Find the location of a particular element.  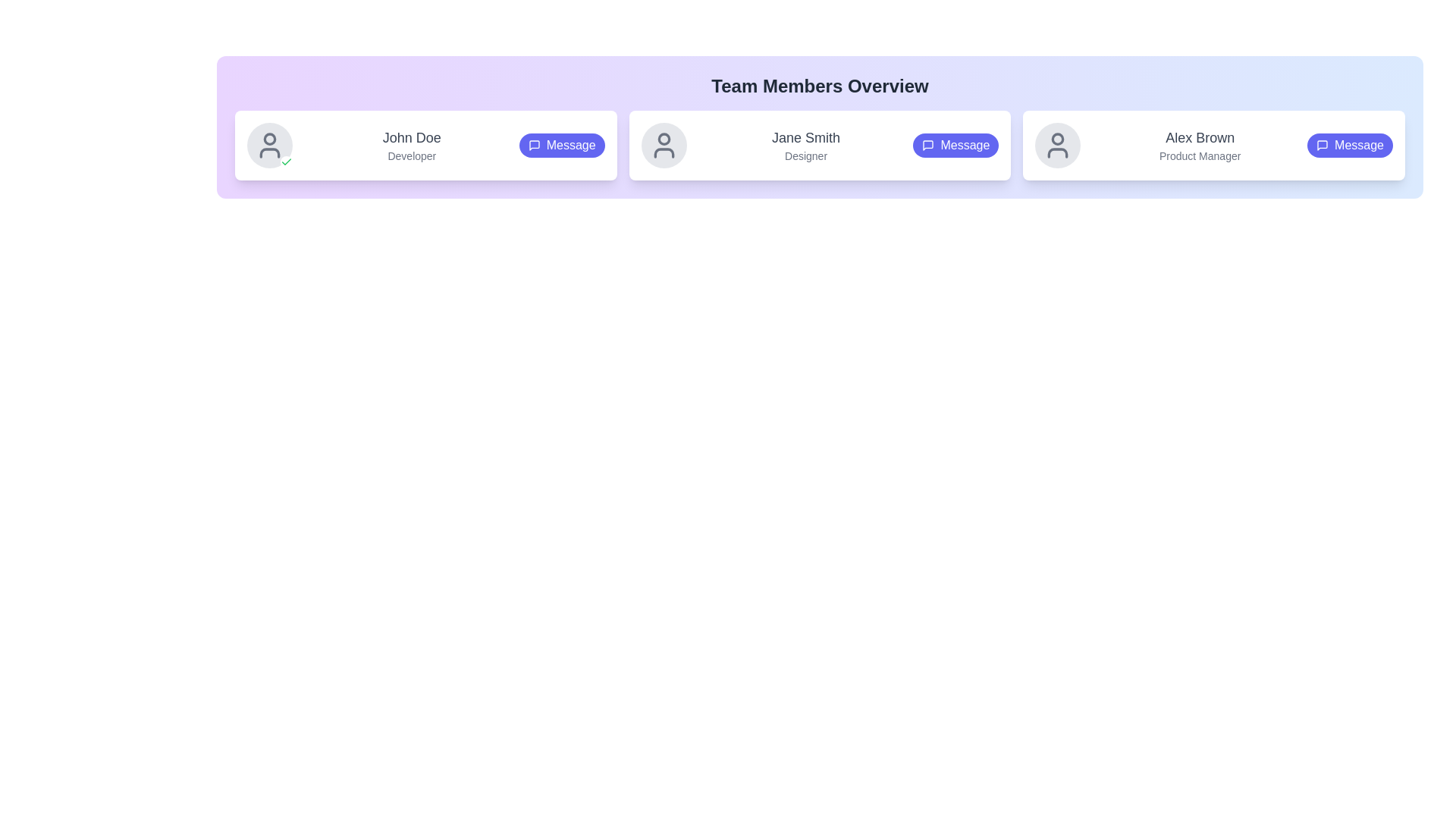

the button that initiates a messaging action for John Doe, located in the first card under the 'Team Members Overview' section is located at coordinates (561, 146).